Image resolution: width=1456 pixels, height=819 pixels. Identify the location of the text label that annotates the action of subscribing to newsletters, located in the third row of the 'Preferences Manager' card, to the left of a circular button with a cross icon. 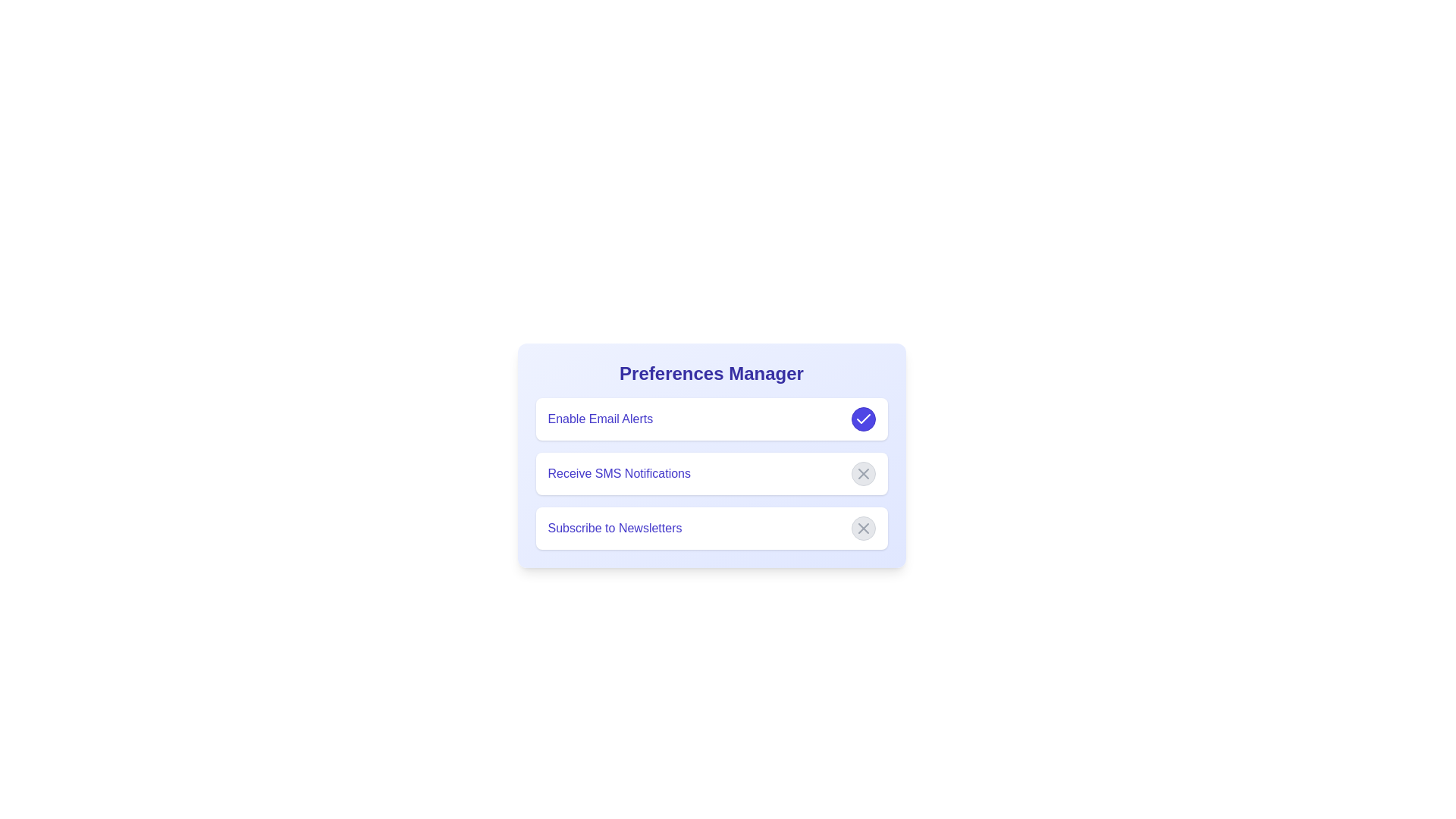
(615, 528).